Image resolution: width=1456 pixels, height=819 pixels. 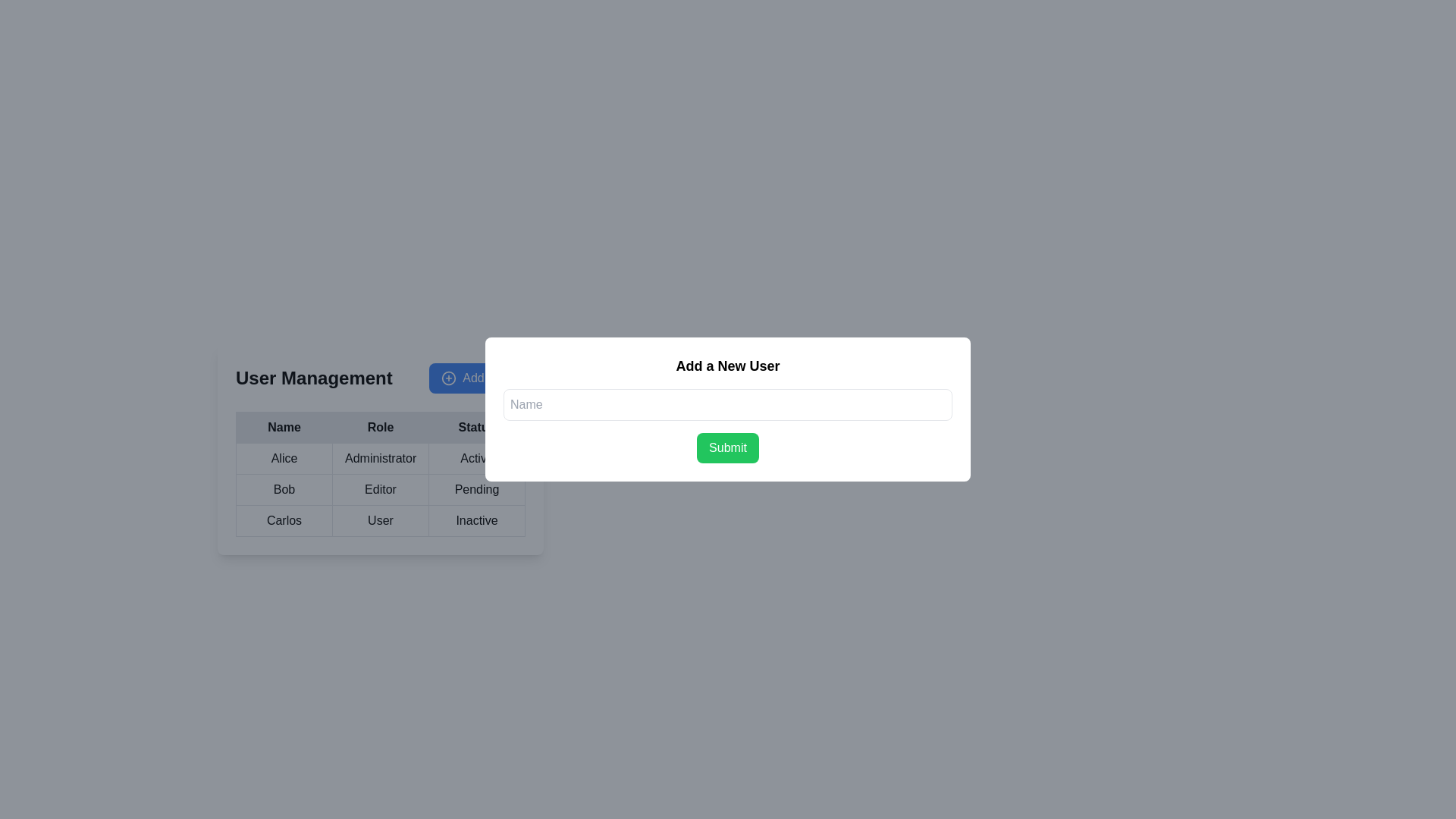 I want to click on text from the 'Active' label, which is styled with padding and a border, located in the rightmost position of its row under the 'Status' column, so click(x=475, y=458).